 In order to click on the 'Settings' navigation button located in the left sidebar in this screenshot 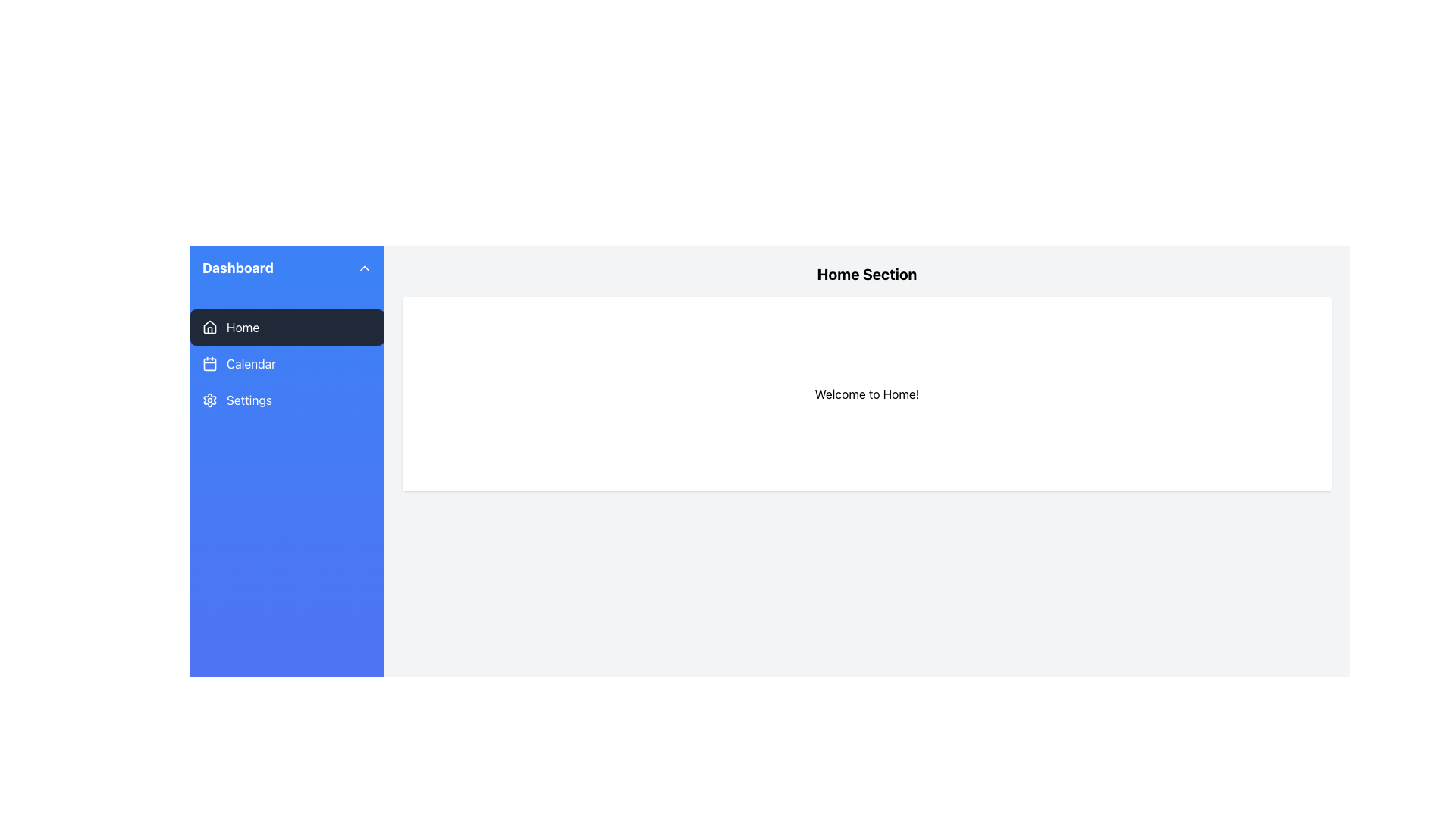, I will do `click(287, 400)`.